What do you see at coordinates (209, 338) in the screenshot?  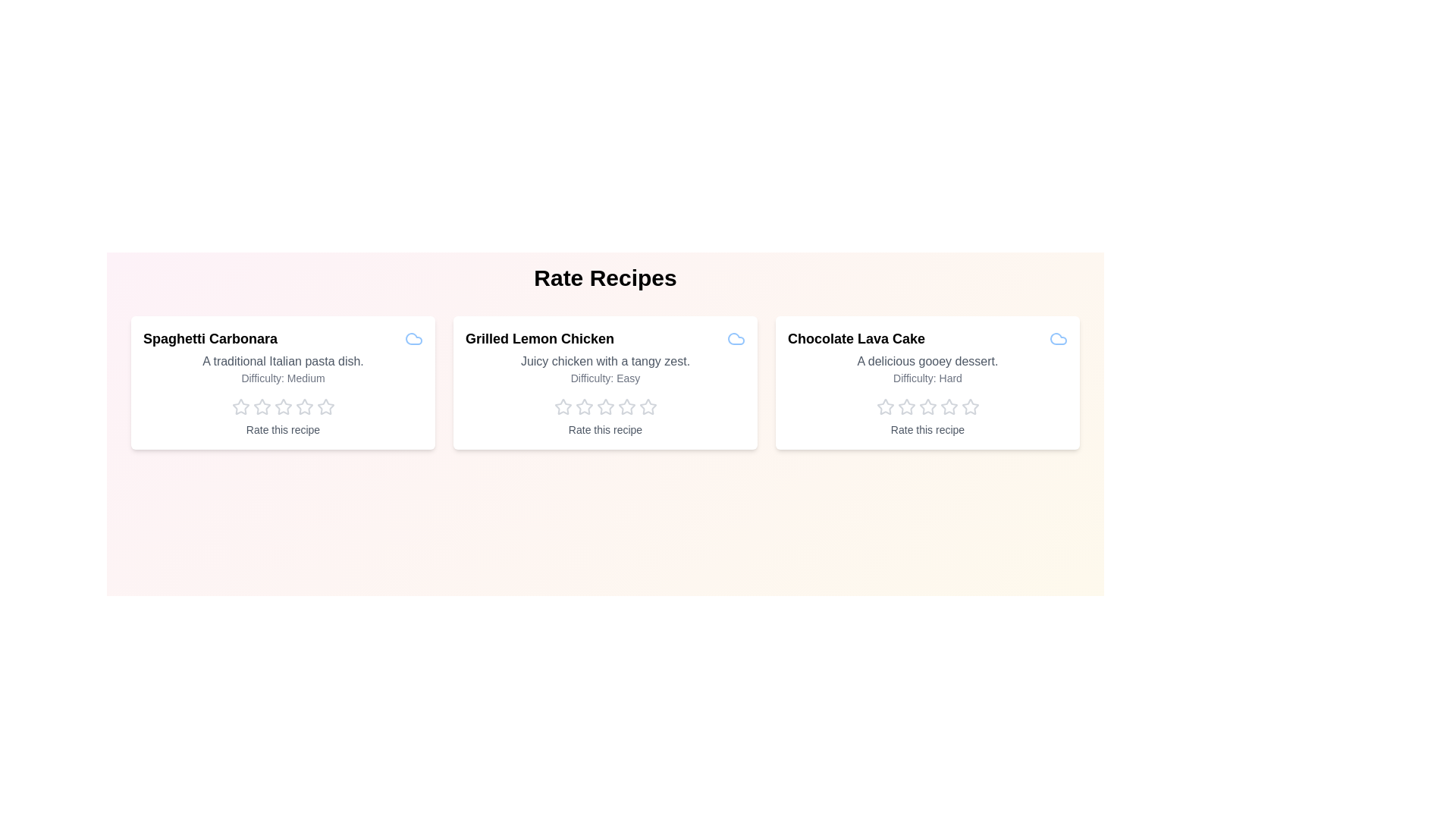 I see `the title of the recipe Spaghetti Carbonara to view its information` at bounding box center [209, 338].